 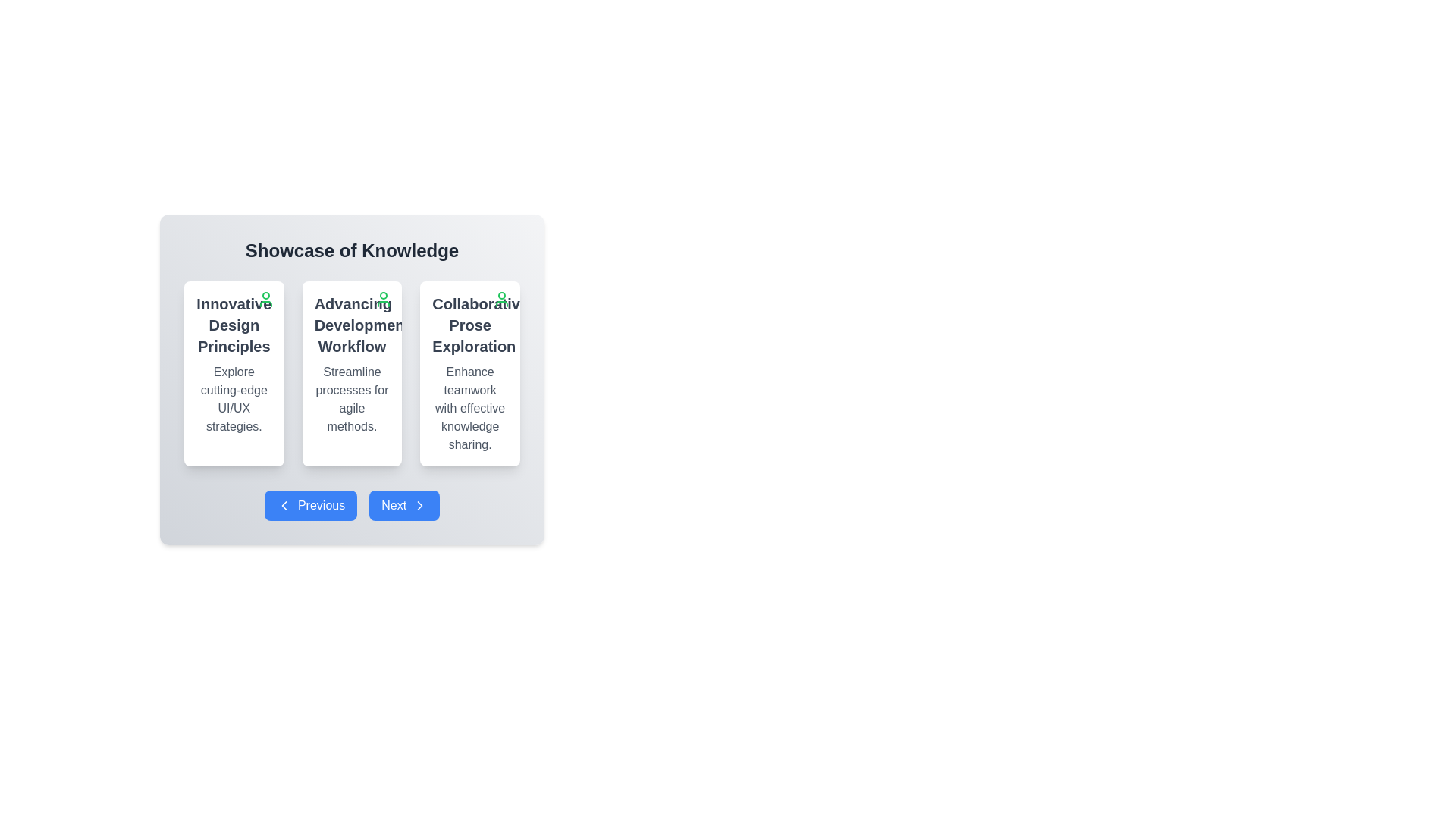 What do you see at coordinates (384, 299) in the screenshot?
I see `the user-related icon located in the top-right corner of the 'Advancing Development Workflow' card` at bounding box center [384, 299].